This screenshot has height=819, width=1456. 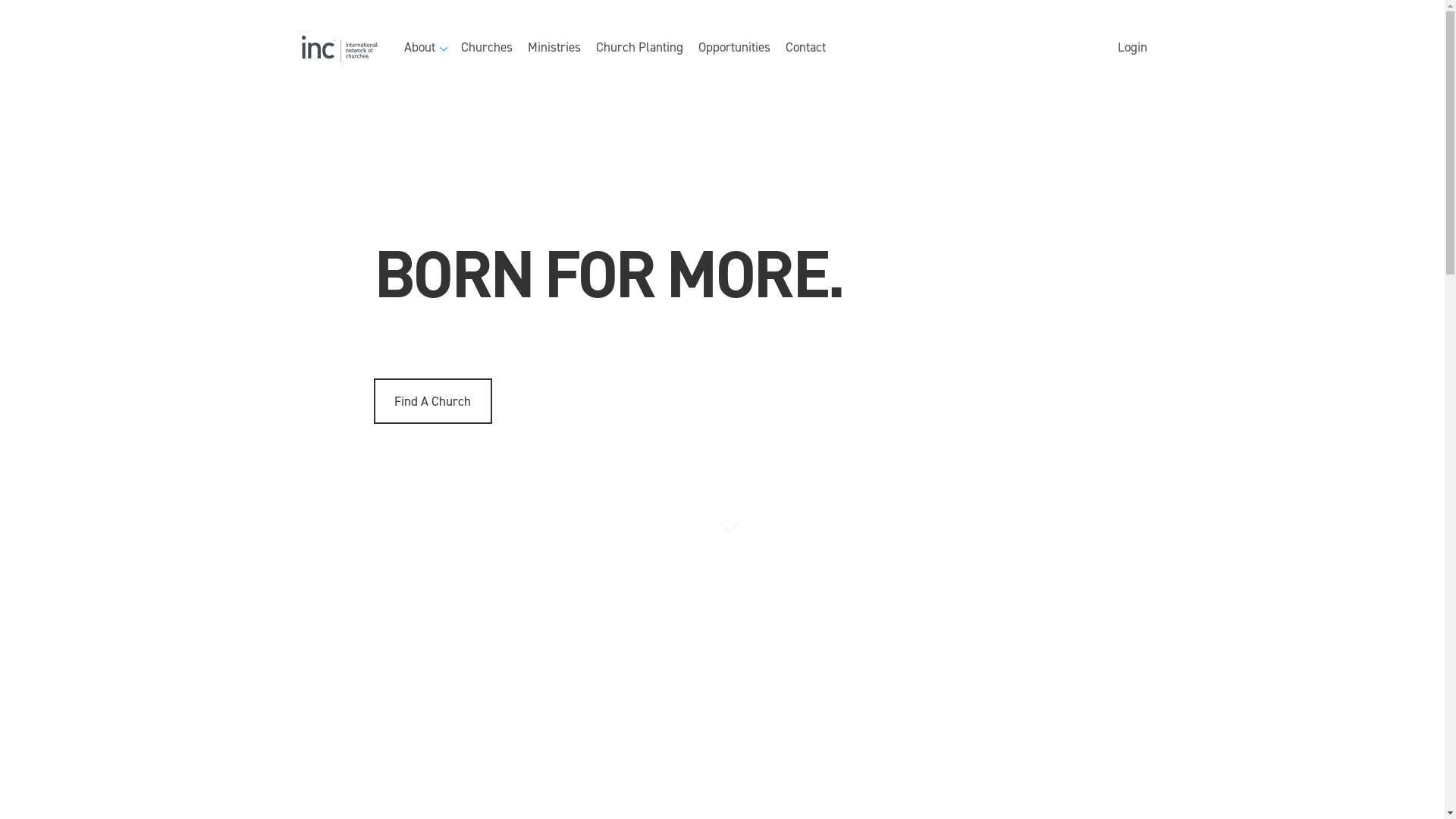 I want to click on ' Login', so click(x=1131, y=48).